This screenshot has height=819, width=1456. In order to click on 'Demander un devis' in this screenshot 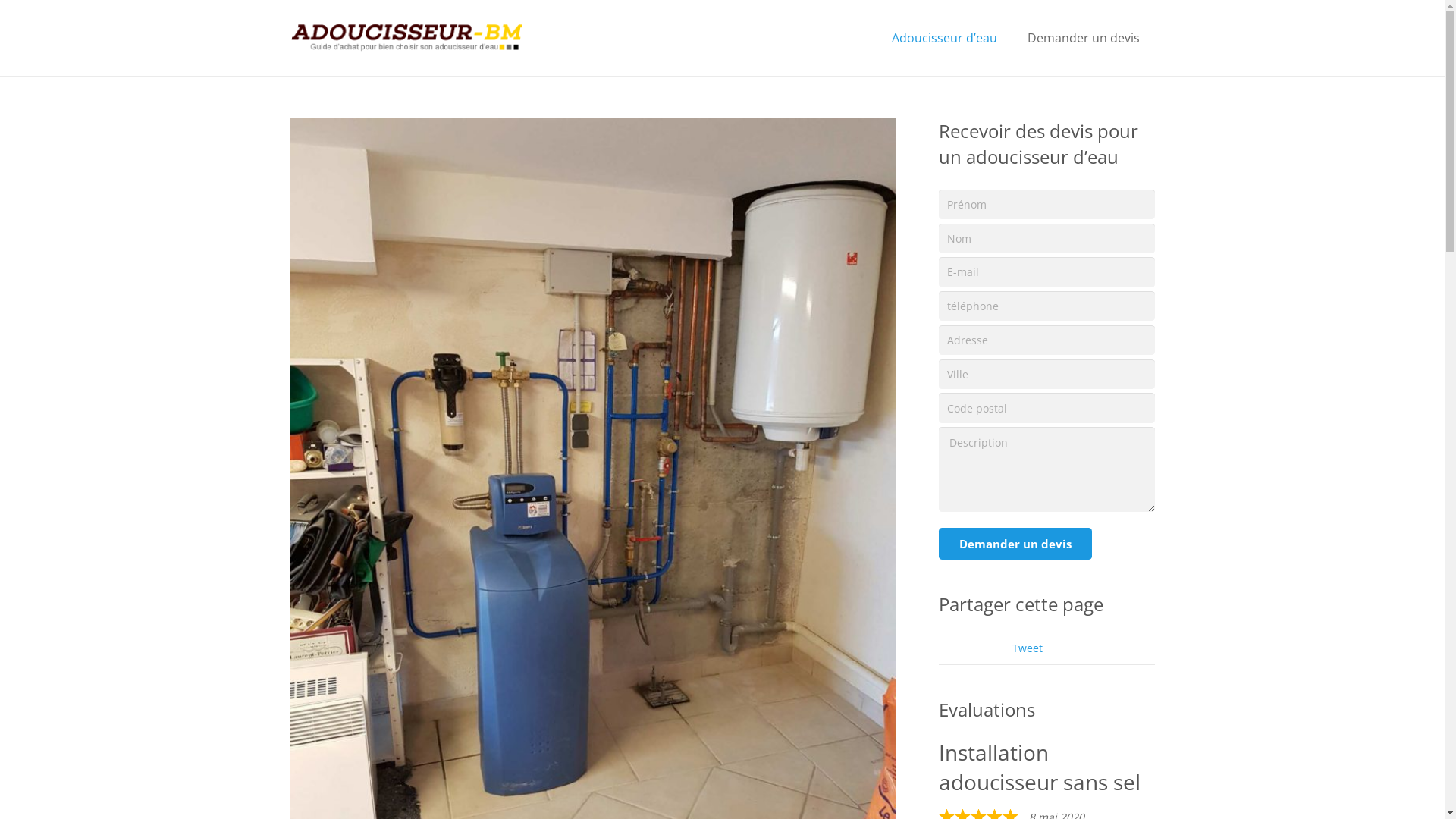, I will do `click(1015, 543)`.